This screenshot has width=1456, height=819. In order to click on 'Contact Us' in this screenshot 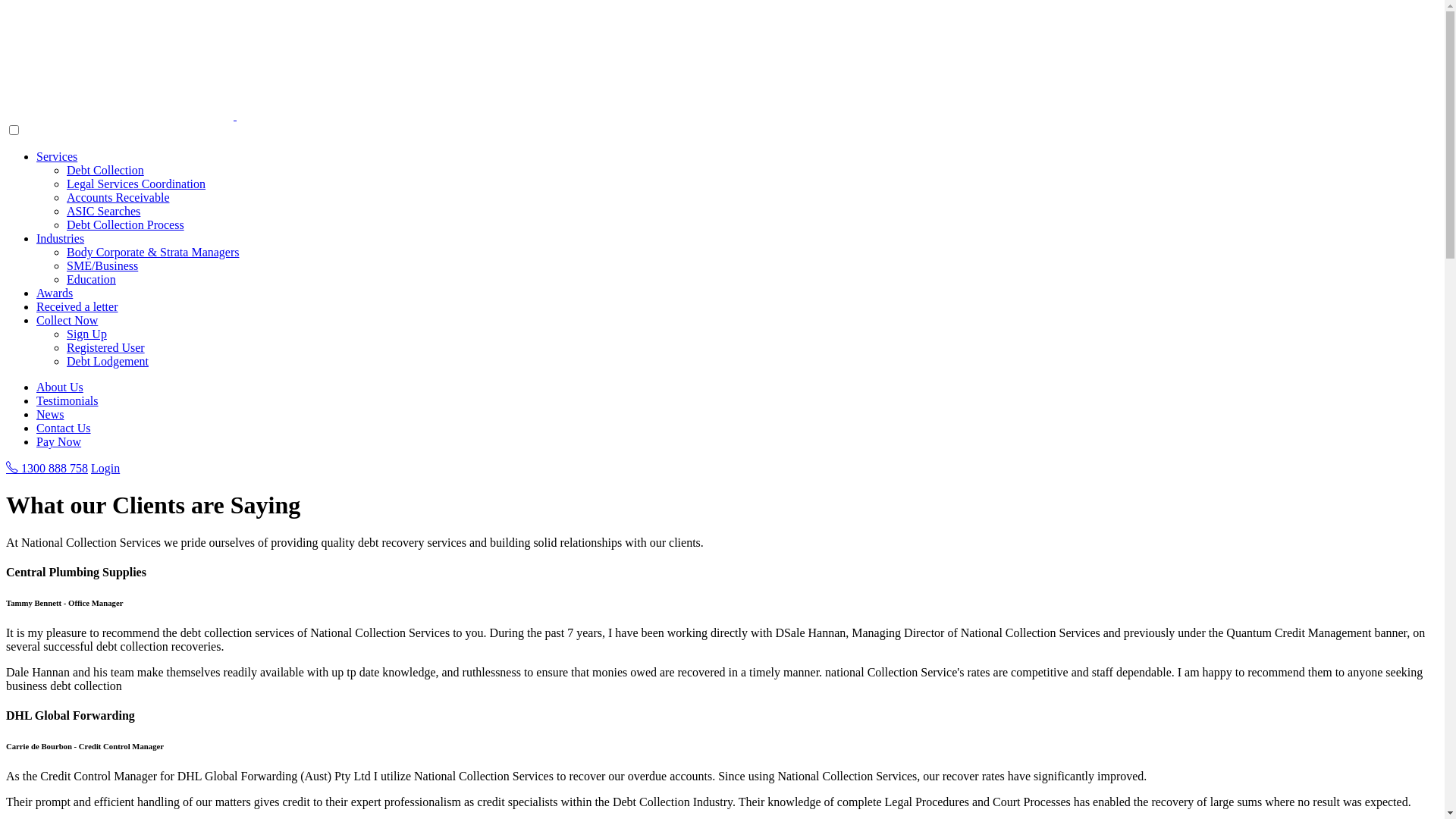, I will do `click(62, 428)`.